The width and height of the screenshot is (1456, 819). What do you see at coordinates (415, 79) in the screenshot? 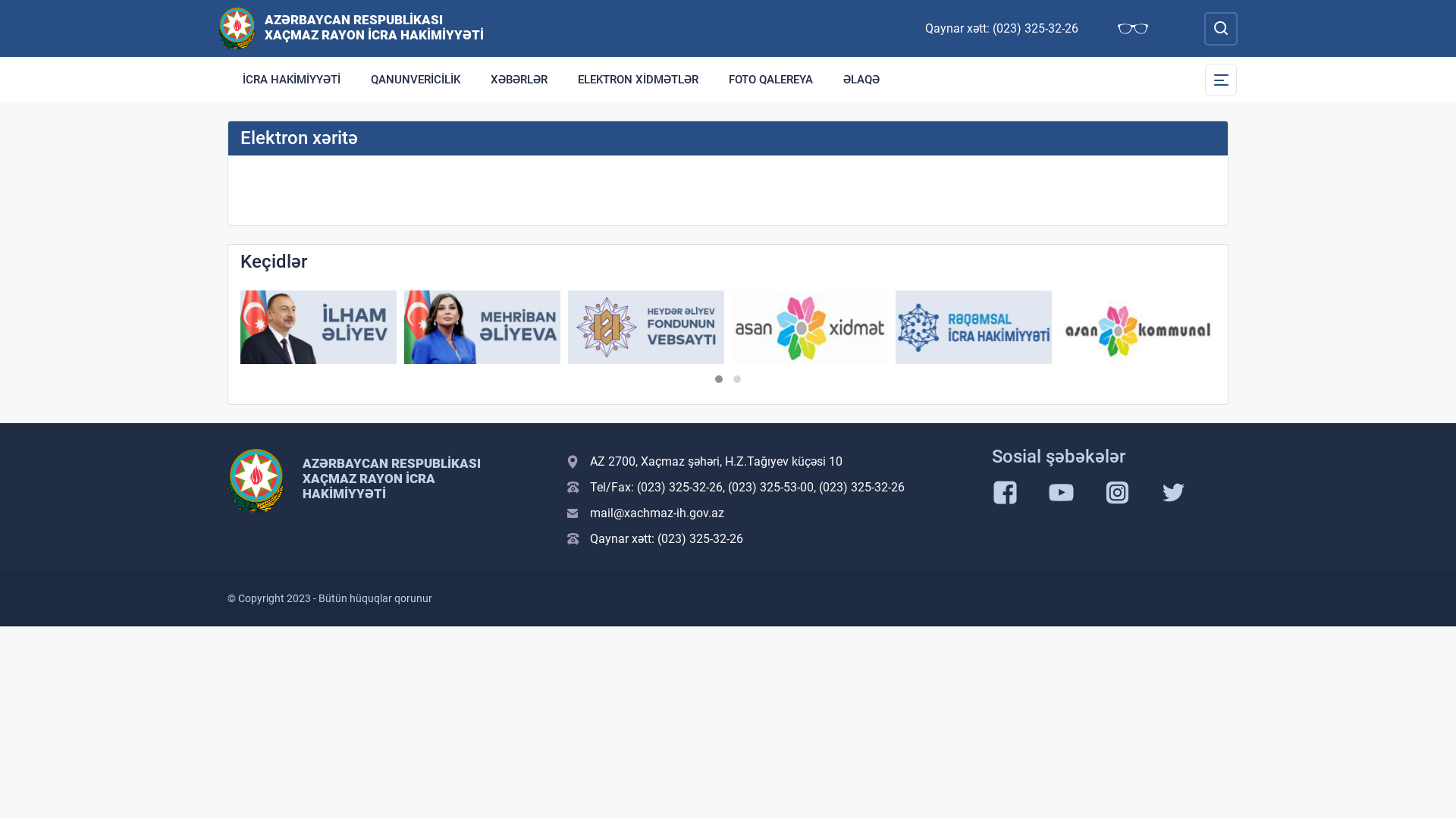
I see `'QANUNVERICILIK'` at bounding box center [415, 79].